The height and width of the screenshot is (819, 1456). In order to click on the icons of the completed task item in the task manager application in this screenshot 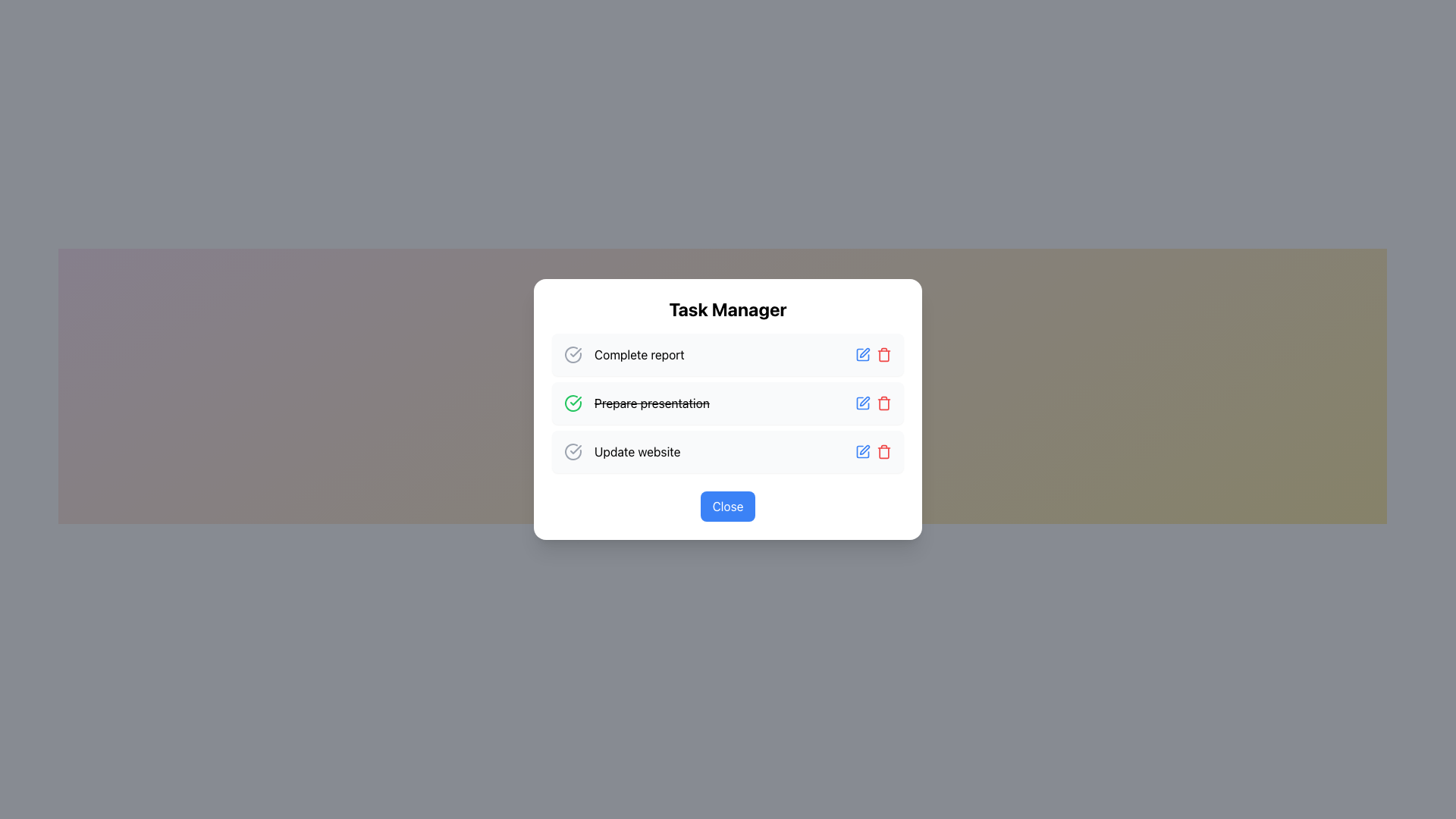, I will do `click(728, 403)`.